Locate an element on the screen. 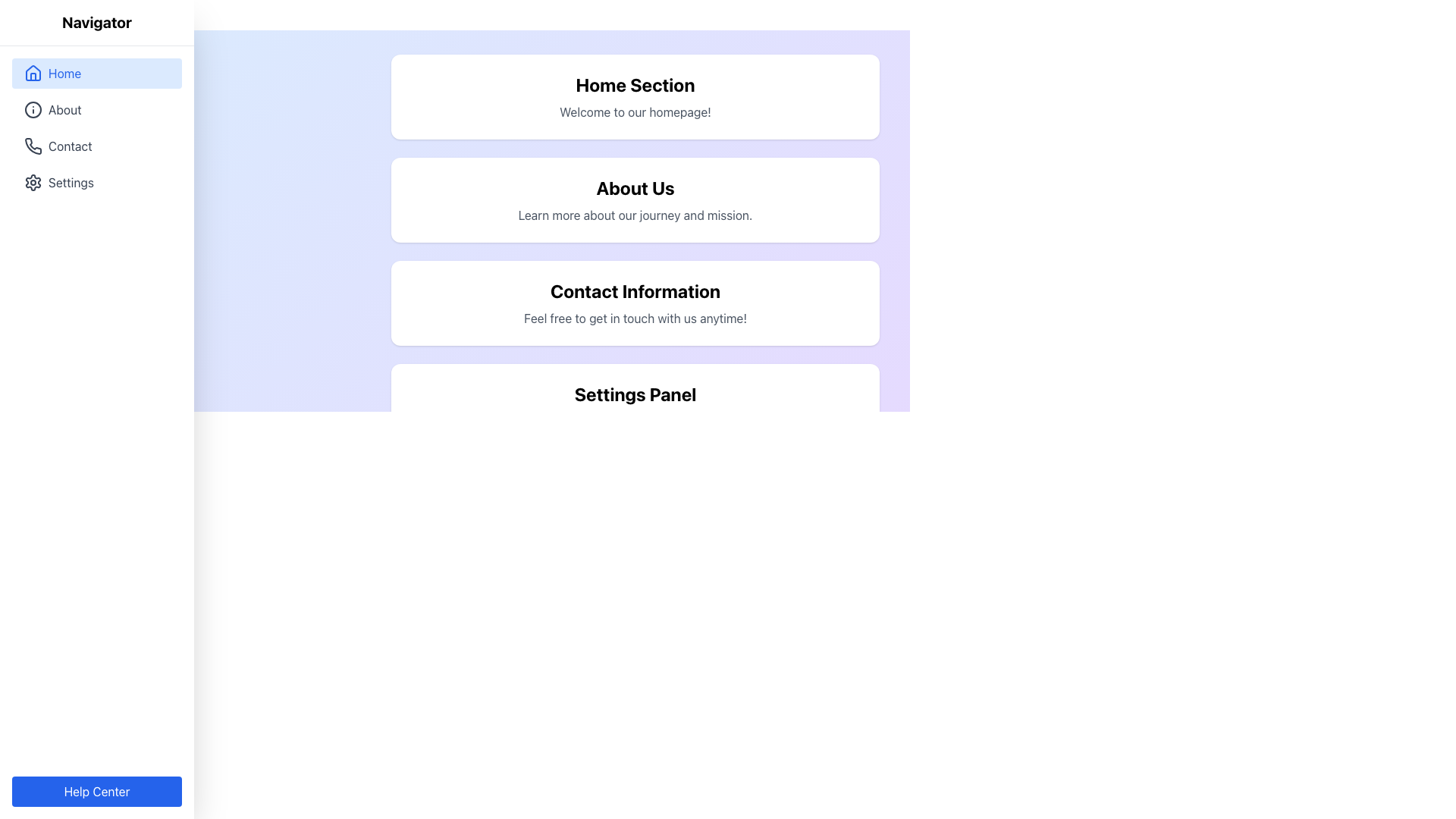  the 'About' text label in the left-side vertical navigation panel, which is located between 'Home' and 'Contact' is located at coordinates (64, 109).